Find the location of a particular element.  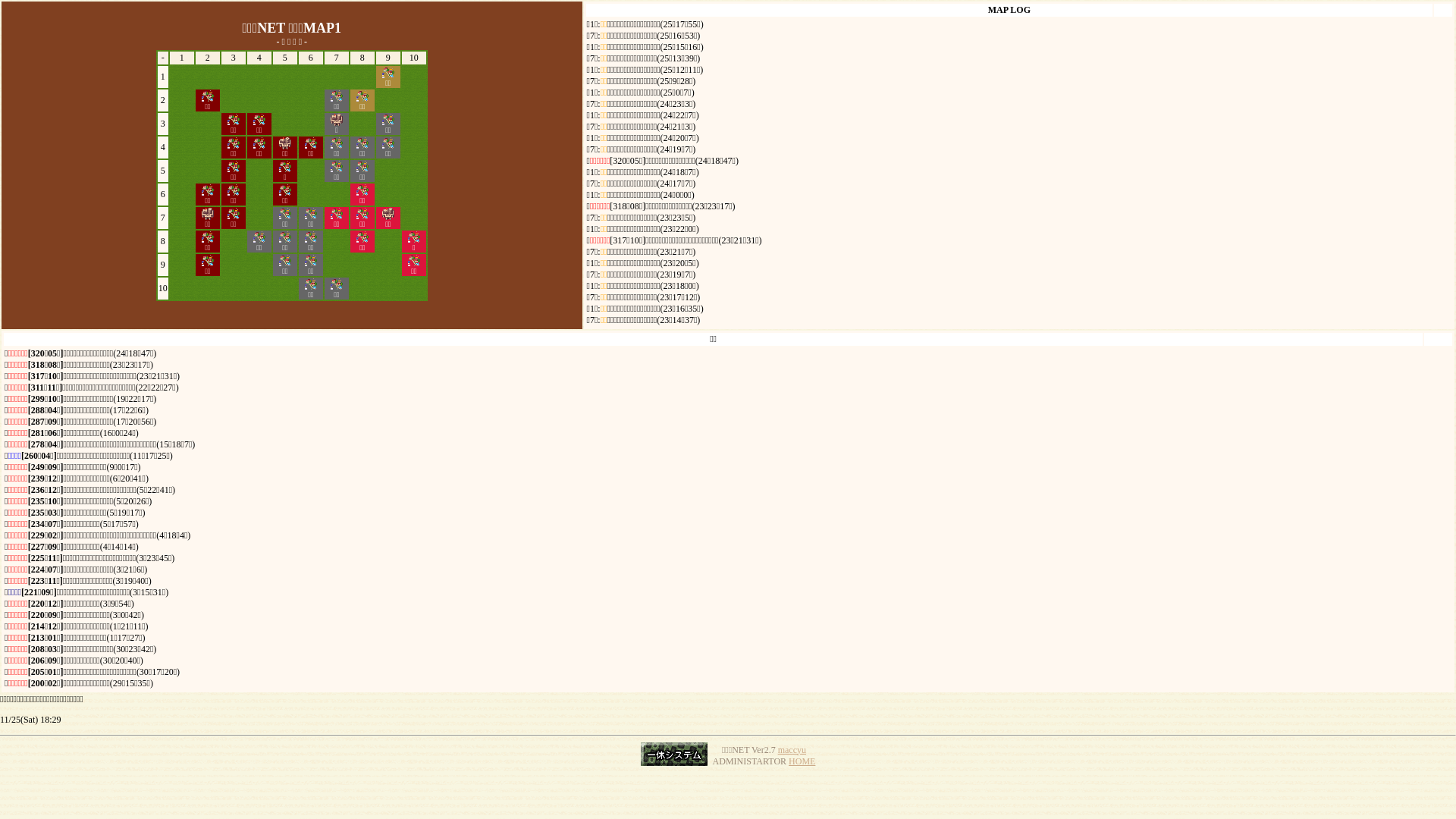

'HOME' is located at coordinates (801, 760).